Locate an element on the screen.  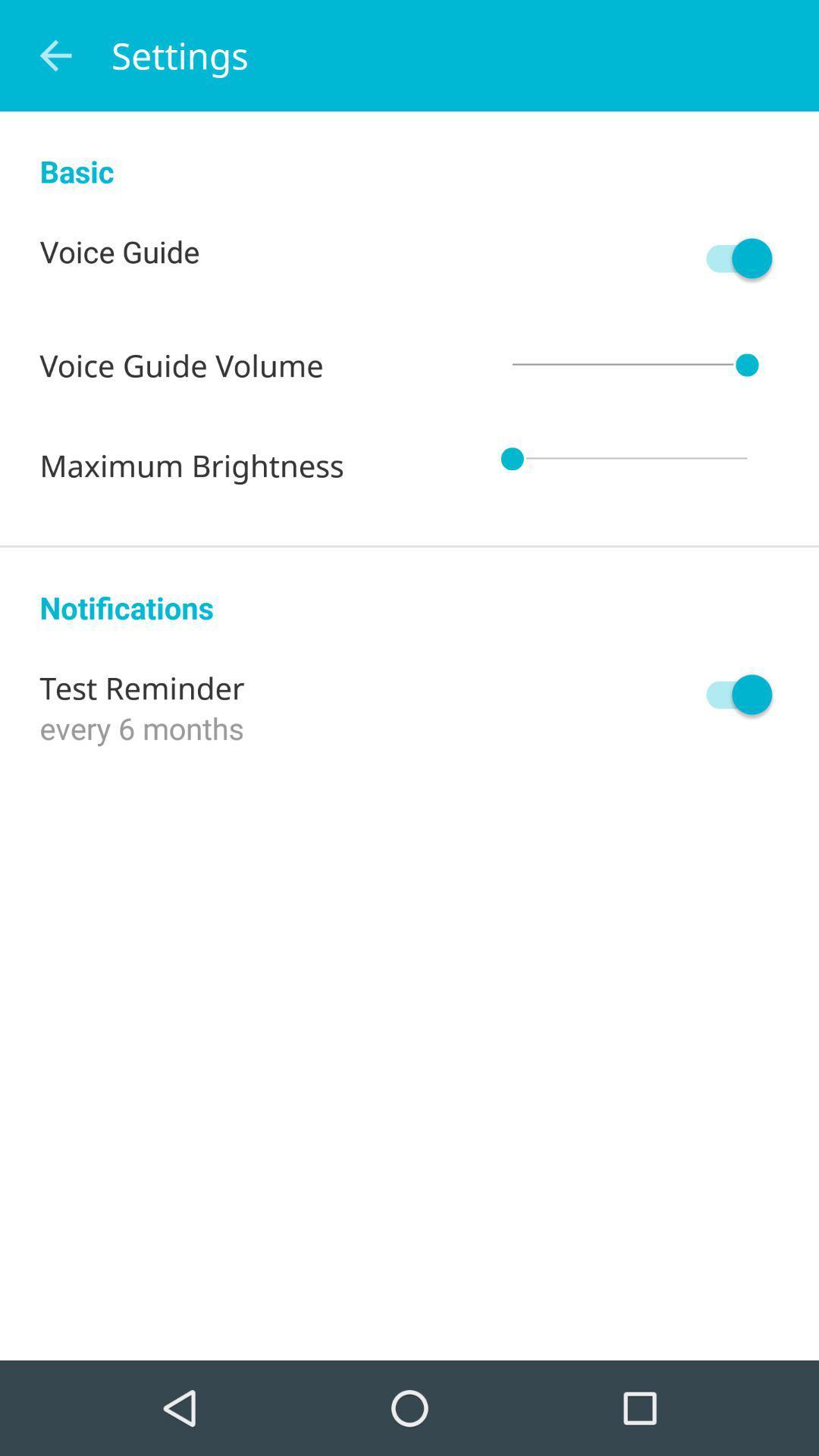
the icon next to the test reminder item is located at coordinates (731, 694).